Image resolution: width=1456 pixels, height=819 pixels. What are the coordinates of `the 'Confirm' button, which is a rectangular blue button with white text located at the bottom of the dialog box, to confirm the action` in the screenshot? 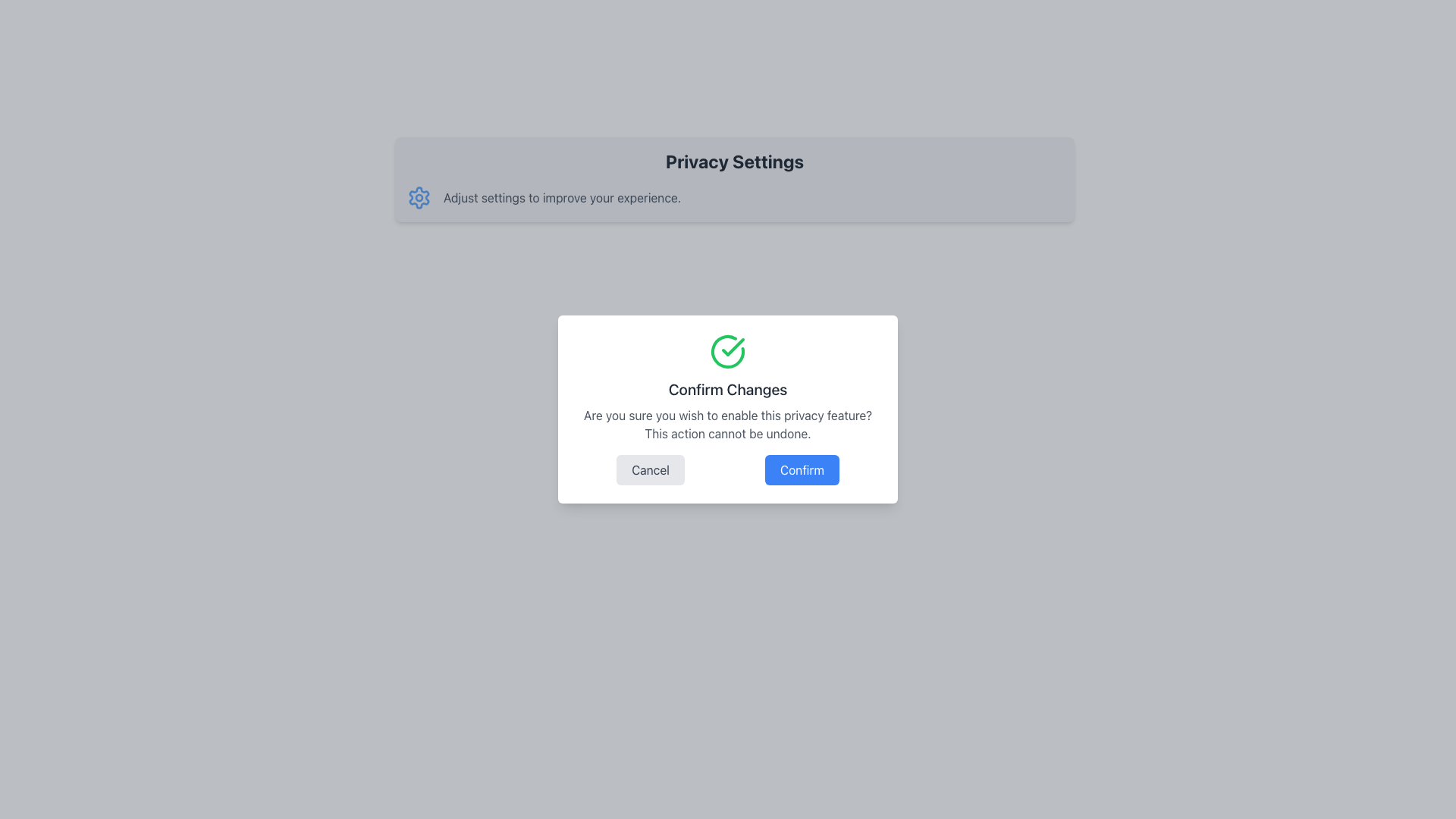 It's located at (801, 469).